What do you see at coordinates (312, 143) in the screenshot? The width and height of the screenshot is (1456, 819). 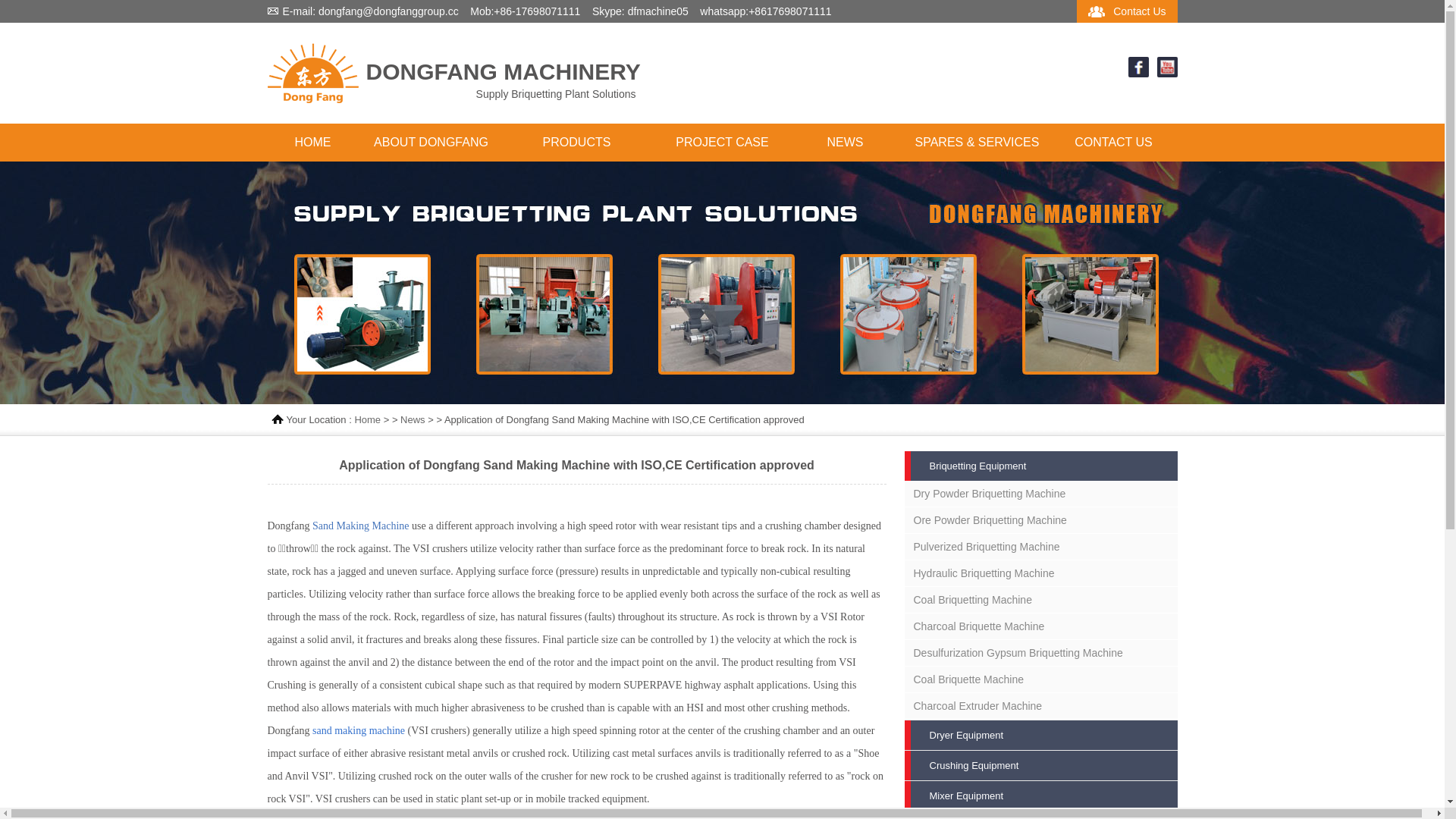 I see `'HOME'` at bounding box center [312, 143].